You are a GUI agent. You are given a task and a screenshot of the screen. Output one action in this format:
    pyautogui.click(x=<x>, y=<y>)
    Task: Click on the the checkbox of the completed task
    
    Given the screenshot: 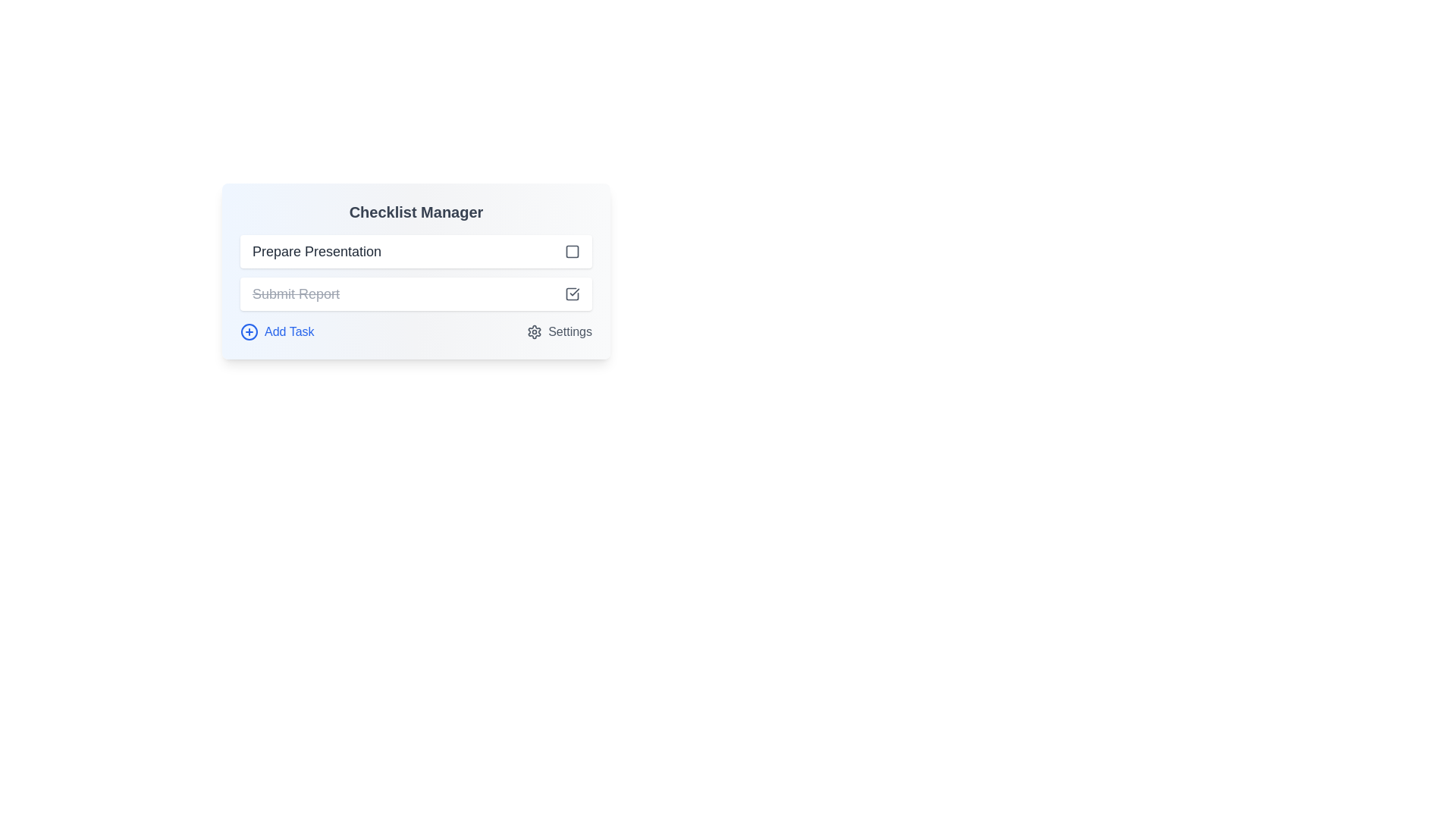 What is the action you would take?
    pyautogui.click(x=416, y=294)
    